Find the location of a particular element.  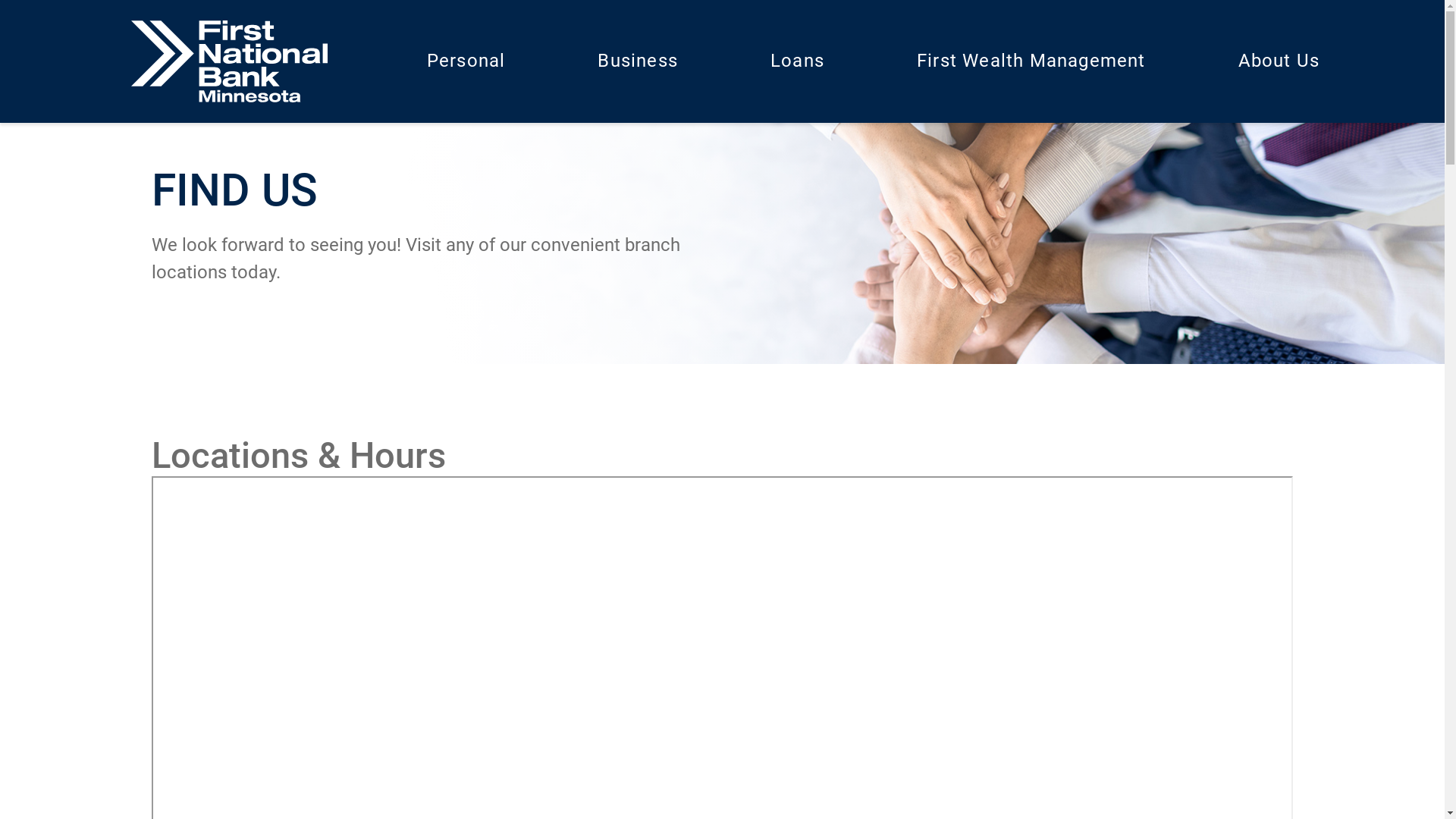

'Business' is located at coordinates (637, 61).